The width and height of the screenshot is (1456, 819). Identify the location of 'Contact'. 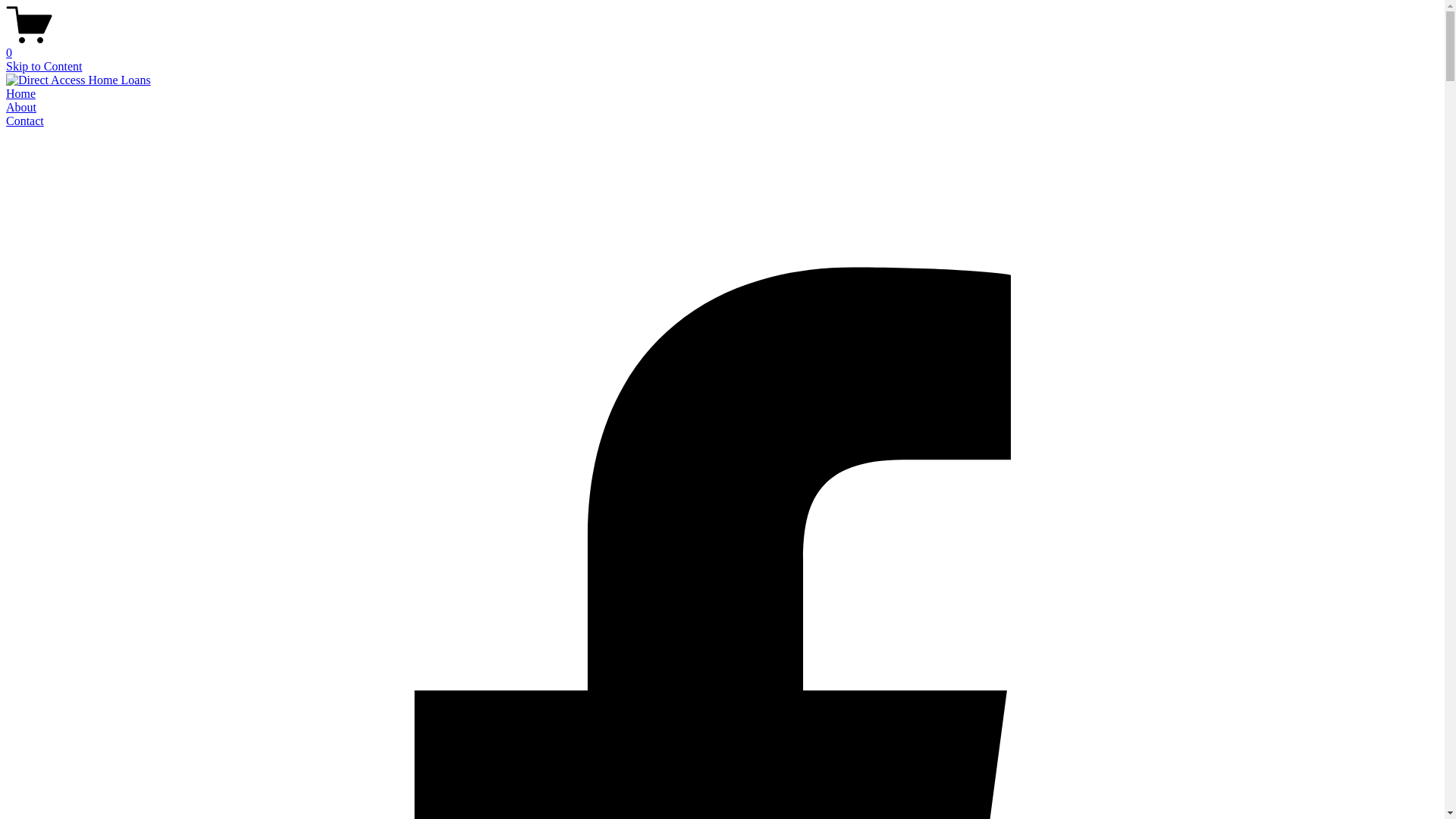
(6, 120).